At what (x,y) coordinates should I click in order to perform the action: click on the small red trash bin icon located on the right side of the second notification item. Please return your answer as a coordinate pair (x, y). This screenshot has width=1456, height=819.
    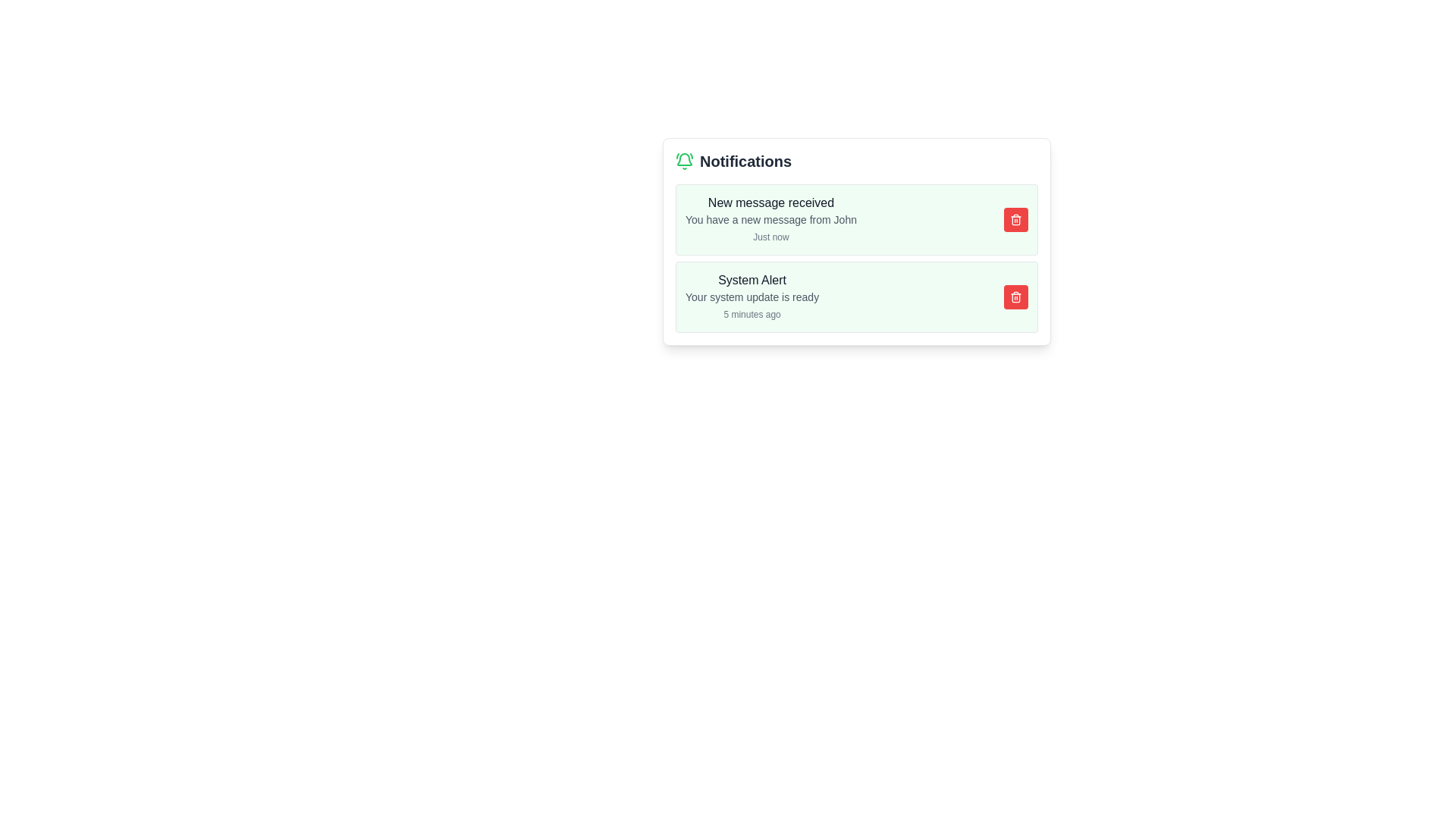
    Looking at the image, I should click on (1015, 219).